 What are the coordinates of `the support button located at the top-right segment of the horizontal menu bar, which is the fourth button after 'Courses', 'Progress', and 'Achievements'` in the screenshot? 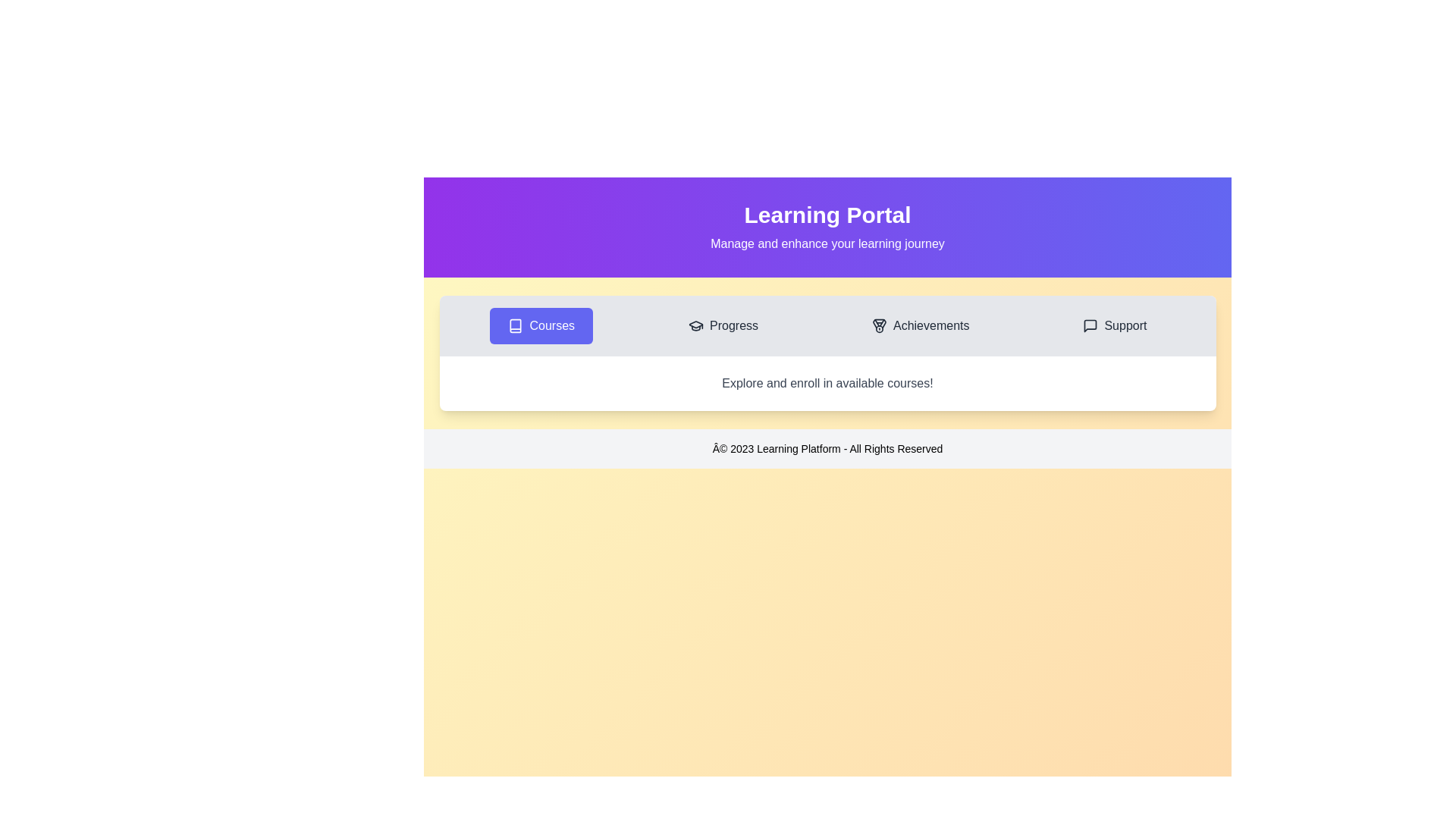 It's located at (1115, 325).